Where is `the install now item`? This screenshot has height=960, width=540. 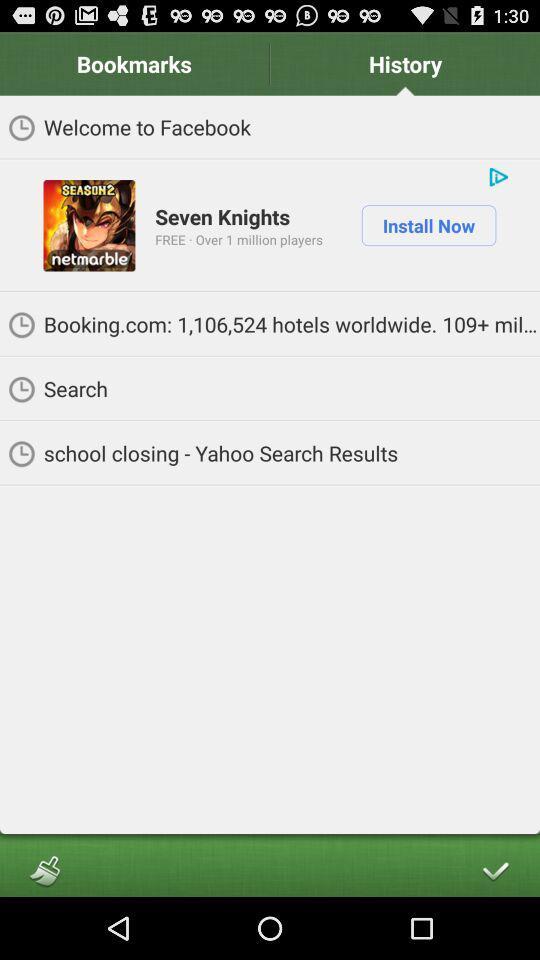 the install now item is located at coordinates (427, 225).